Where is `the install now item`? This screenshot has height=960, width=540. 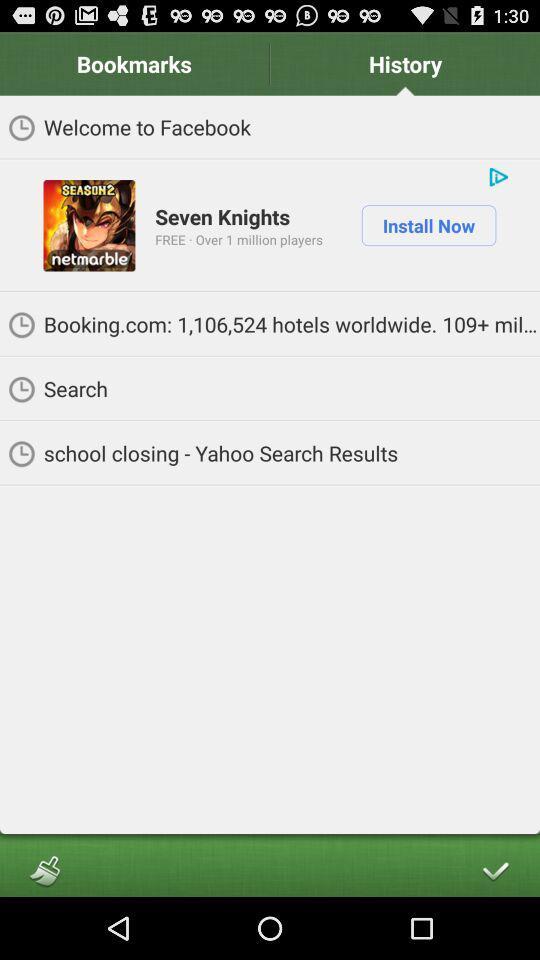 the install now item is located at coordinates (427, 225).